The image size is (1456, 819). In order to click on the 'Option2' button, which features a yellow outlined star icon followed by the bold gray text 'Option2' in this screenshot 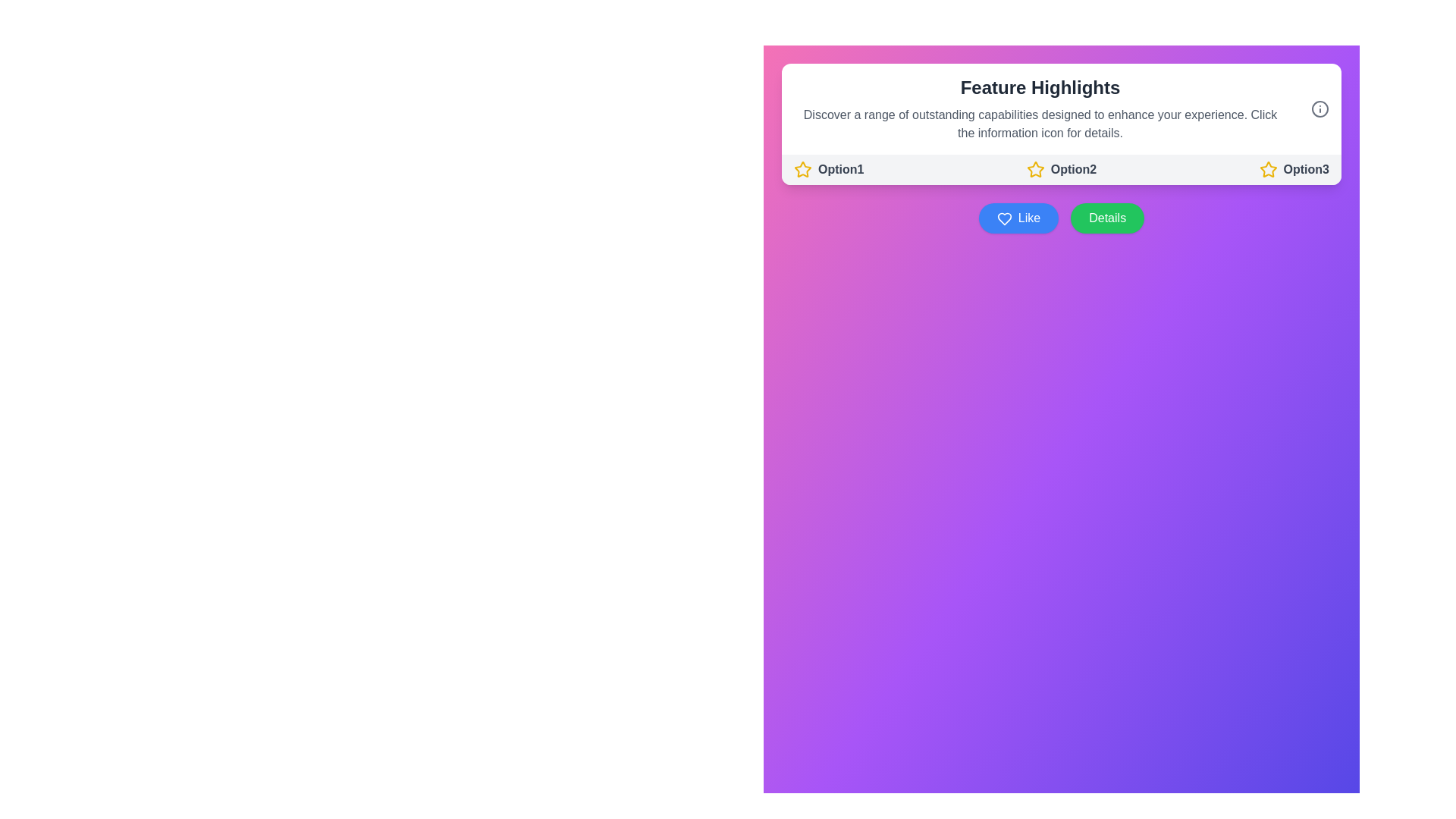, I will do `click(1061, 169)`.